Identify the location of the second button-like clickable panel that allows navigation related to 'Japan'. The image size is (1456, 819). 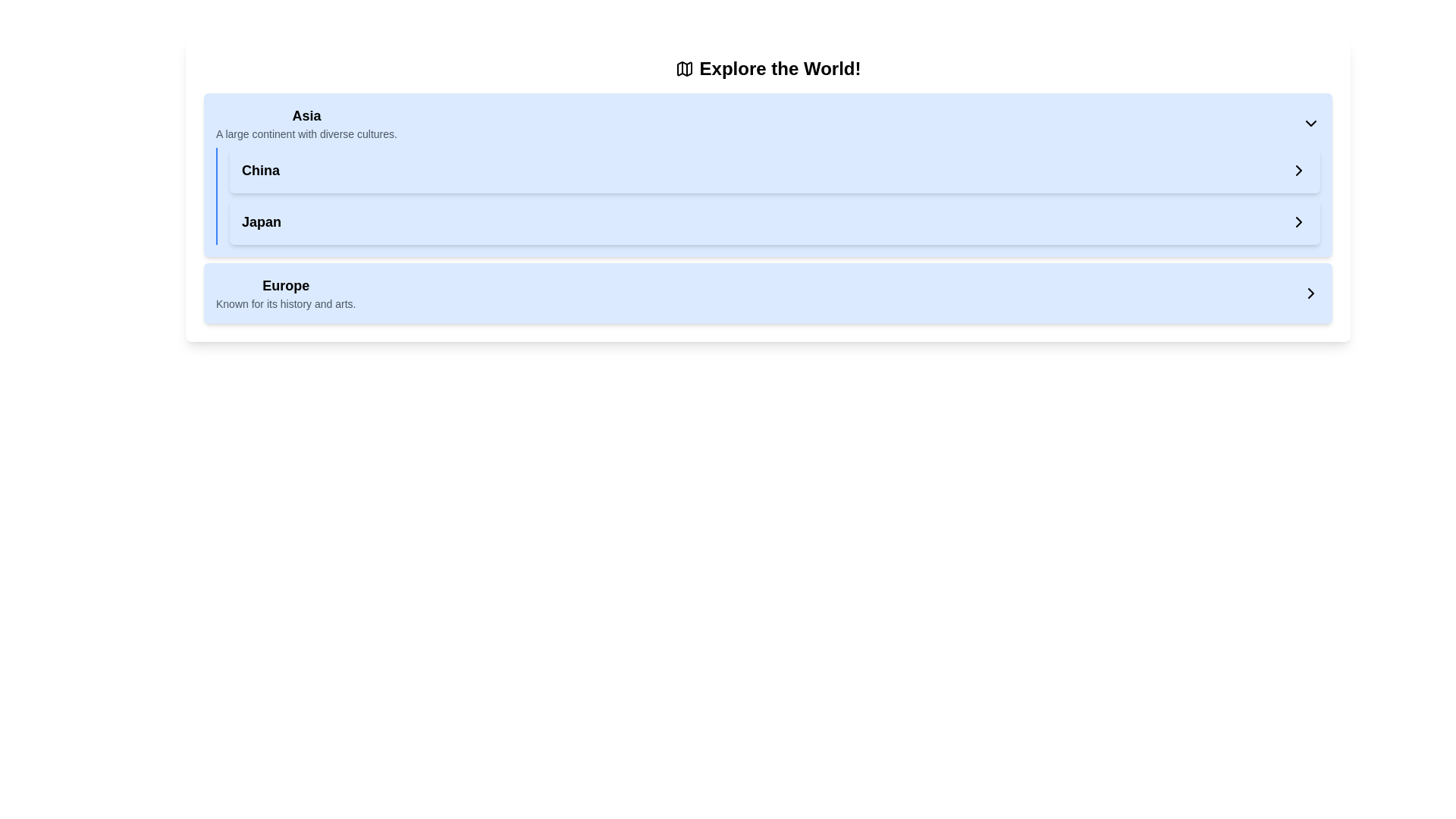
(775, 222).